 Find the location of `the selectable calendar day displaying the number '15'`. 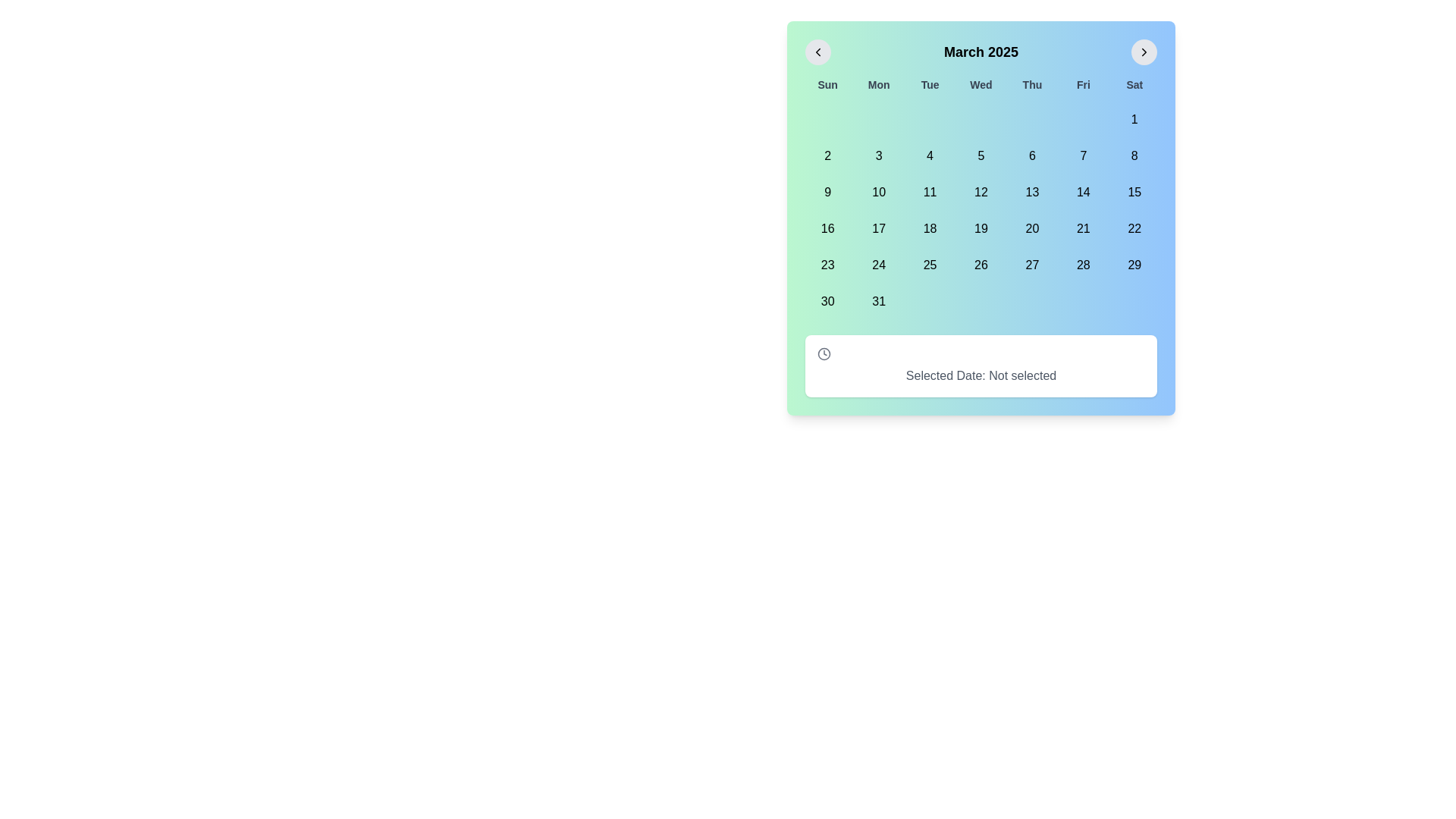

the selectable calendar day displaying the number '15' is located at coordinates (1134, 192).